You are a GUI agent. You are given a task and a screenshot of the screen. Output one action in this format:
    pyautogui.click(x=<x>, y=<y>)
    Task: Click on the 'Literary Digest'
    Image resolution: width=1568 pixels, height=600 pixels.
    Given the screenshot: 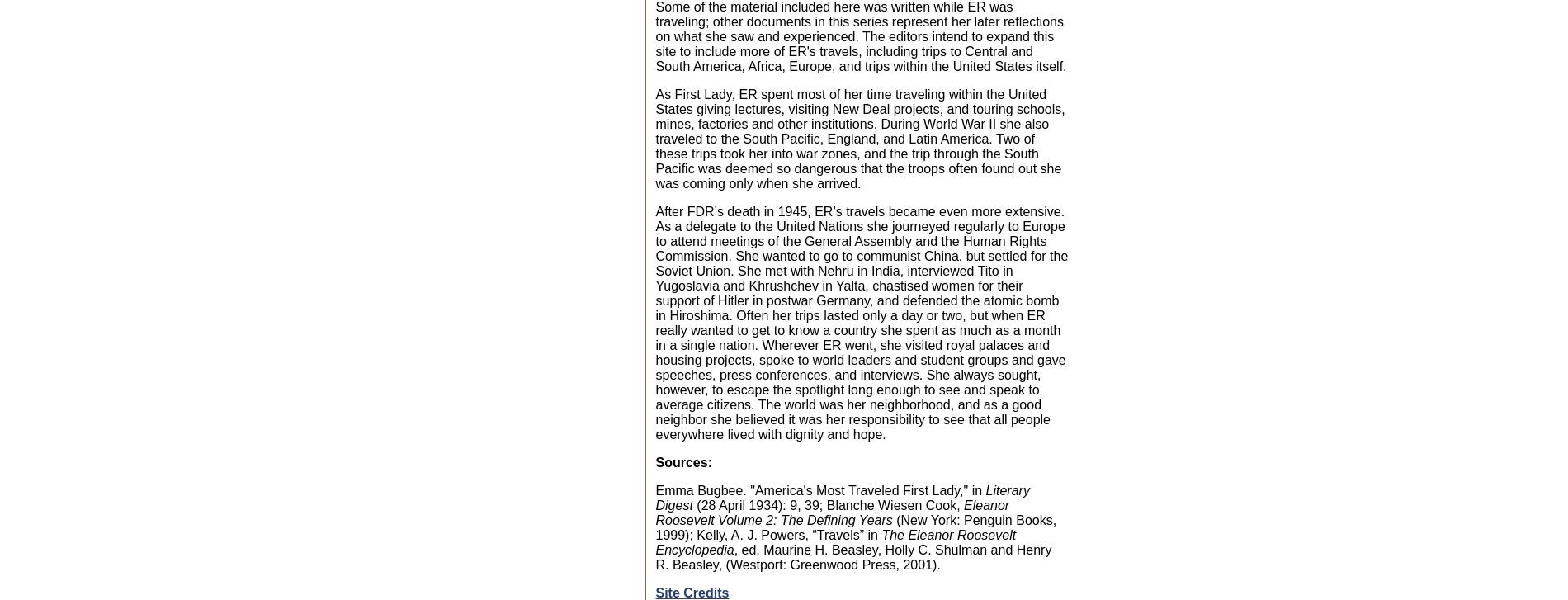 What is the action you would take?
    pyautogui.click(x=842, y=497)
    